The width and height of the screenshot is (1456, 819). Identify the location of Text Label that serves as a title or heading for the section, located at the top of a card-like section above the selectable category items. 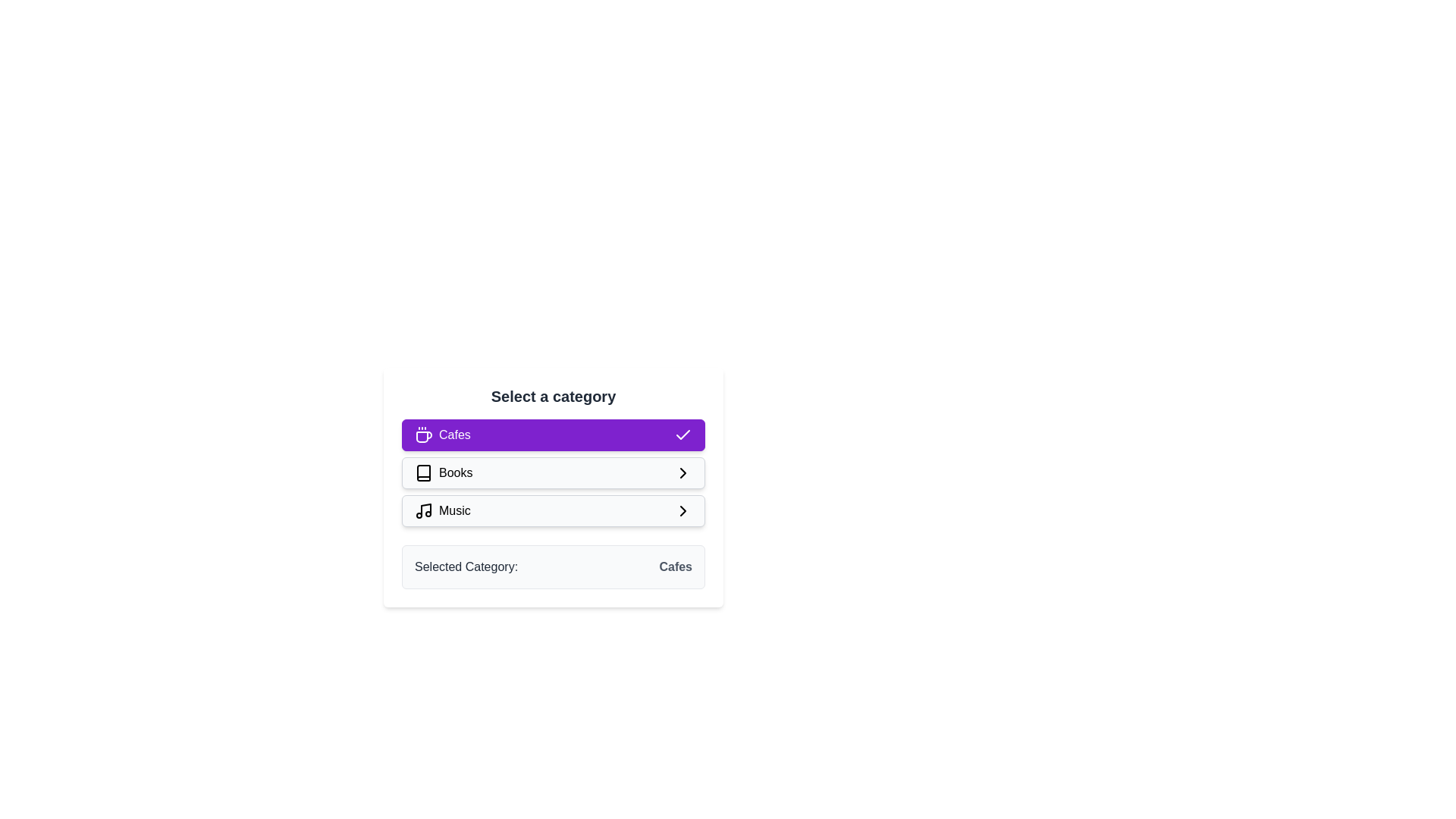
(552, 396).